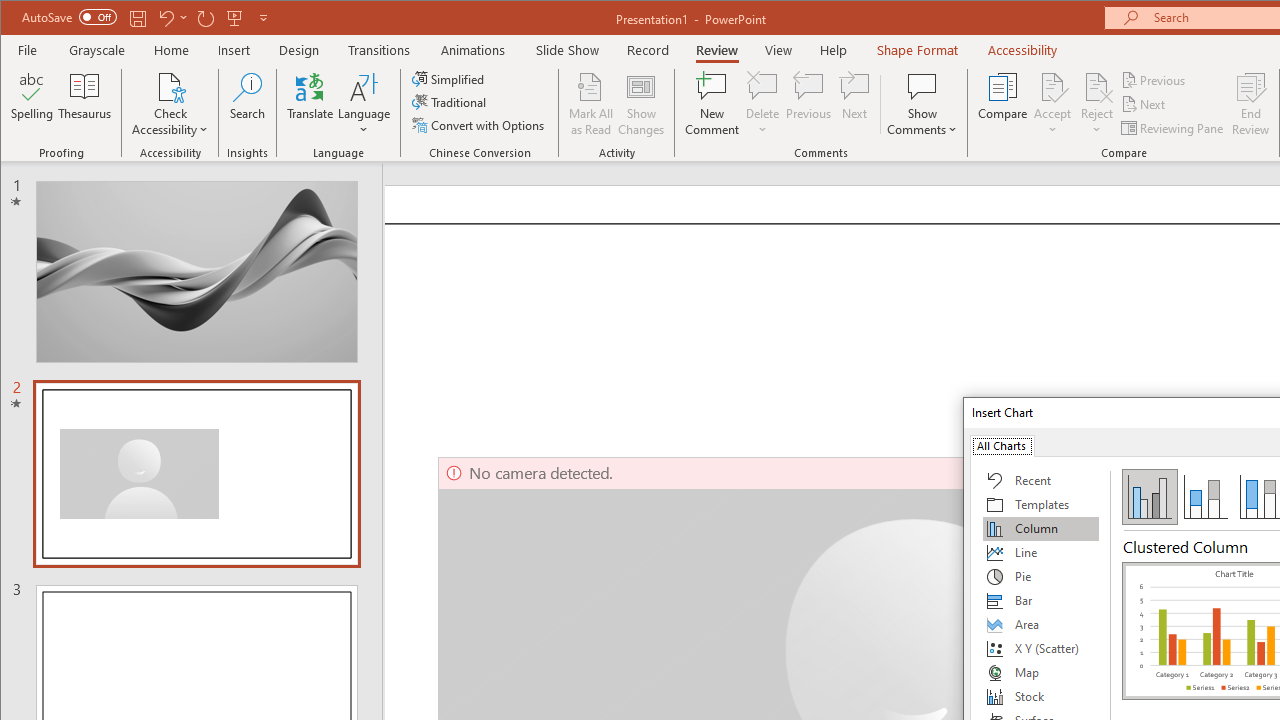 The width and height of the screenshot is (1280, 720). What do you see at coordinates (1040, 480) in the screenshot?
I see `'Recent'` at bounding box center [1040, 480].